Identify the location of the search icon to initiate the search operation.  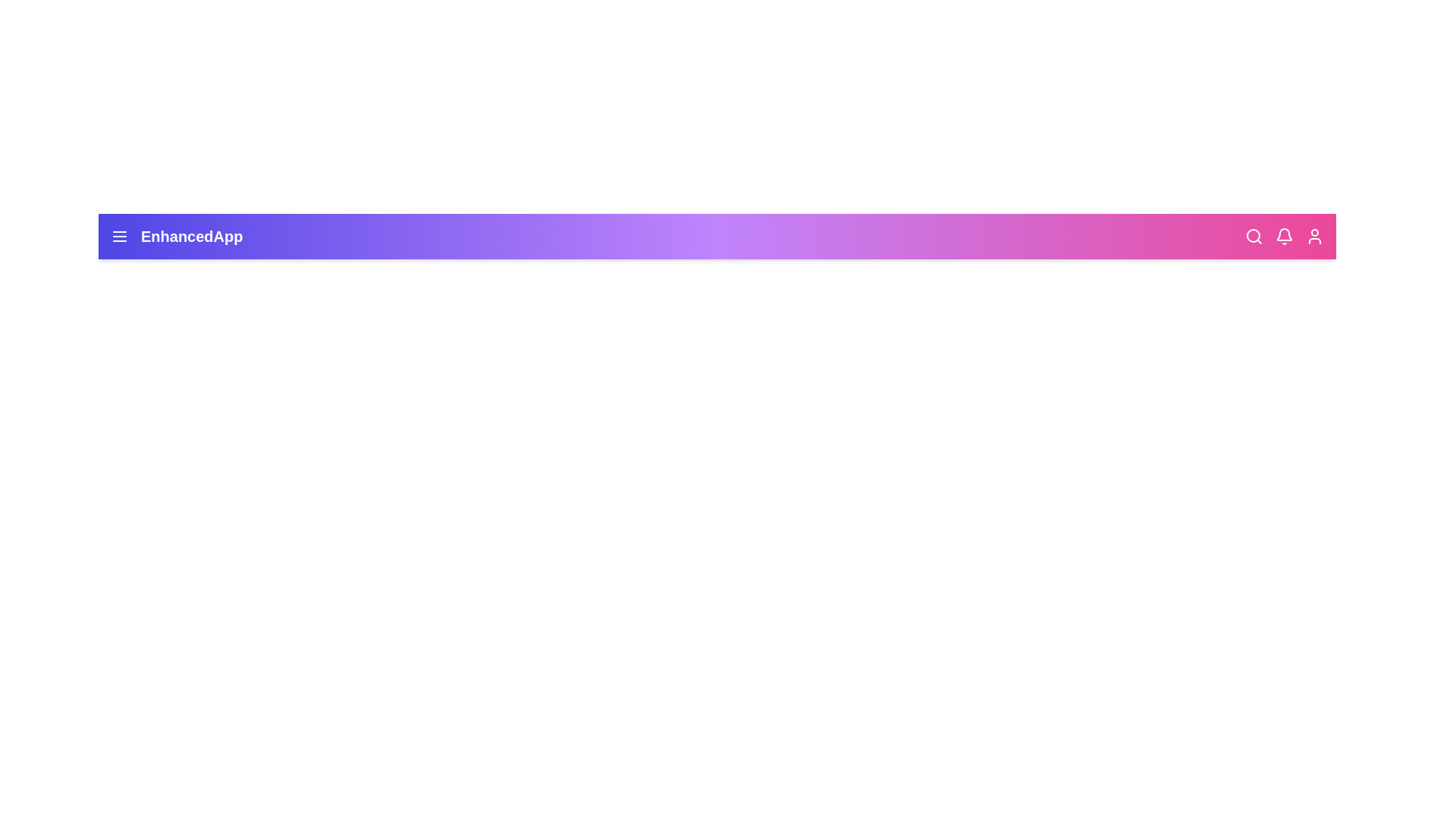
(1254, 237).